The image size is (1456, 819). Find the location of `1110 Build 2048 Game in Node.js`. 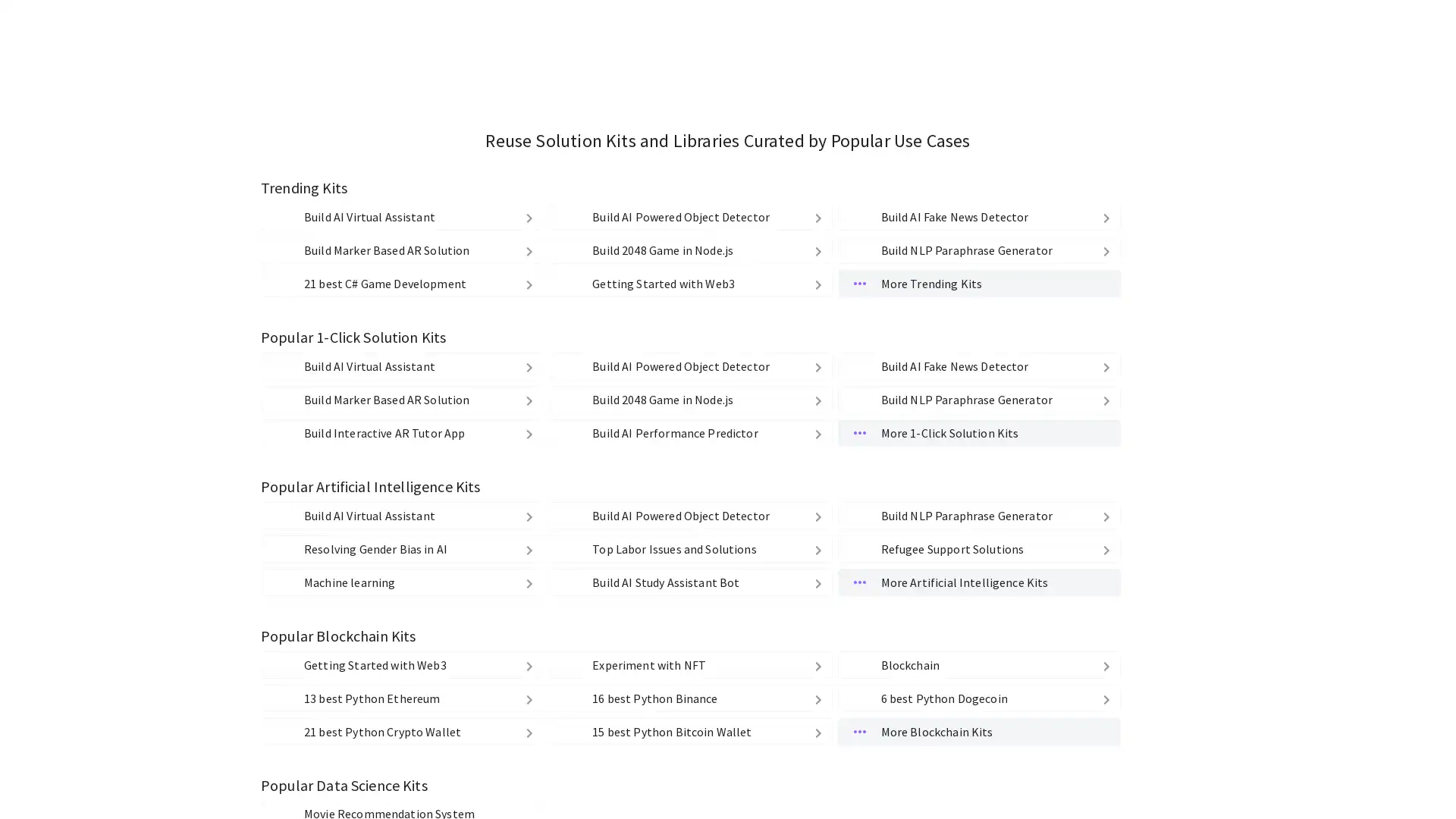

1110 Build 2048 Game in Node.js is located at coordinates (689, 631).